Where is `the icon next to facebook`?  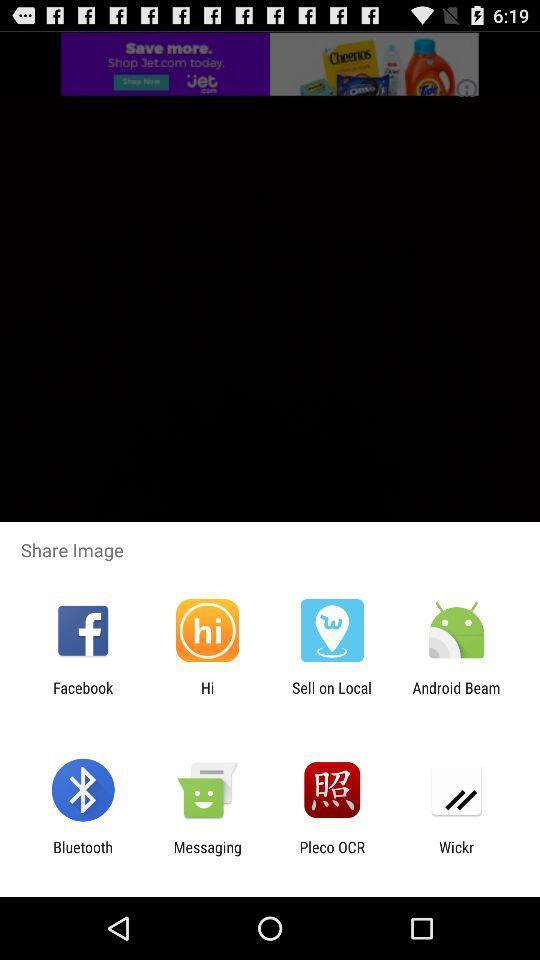
the icon next to facebook is located at coordinates (206, 696).